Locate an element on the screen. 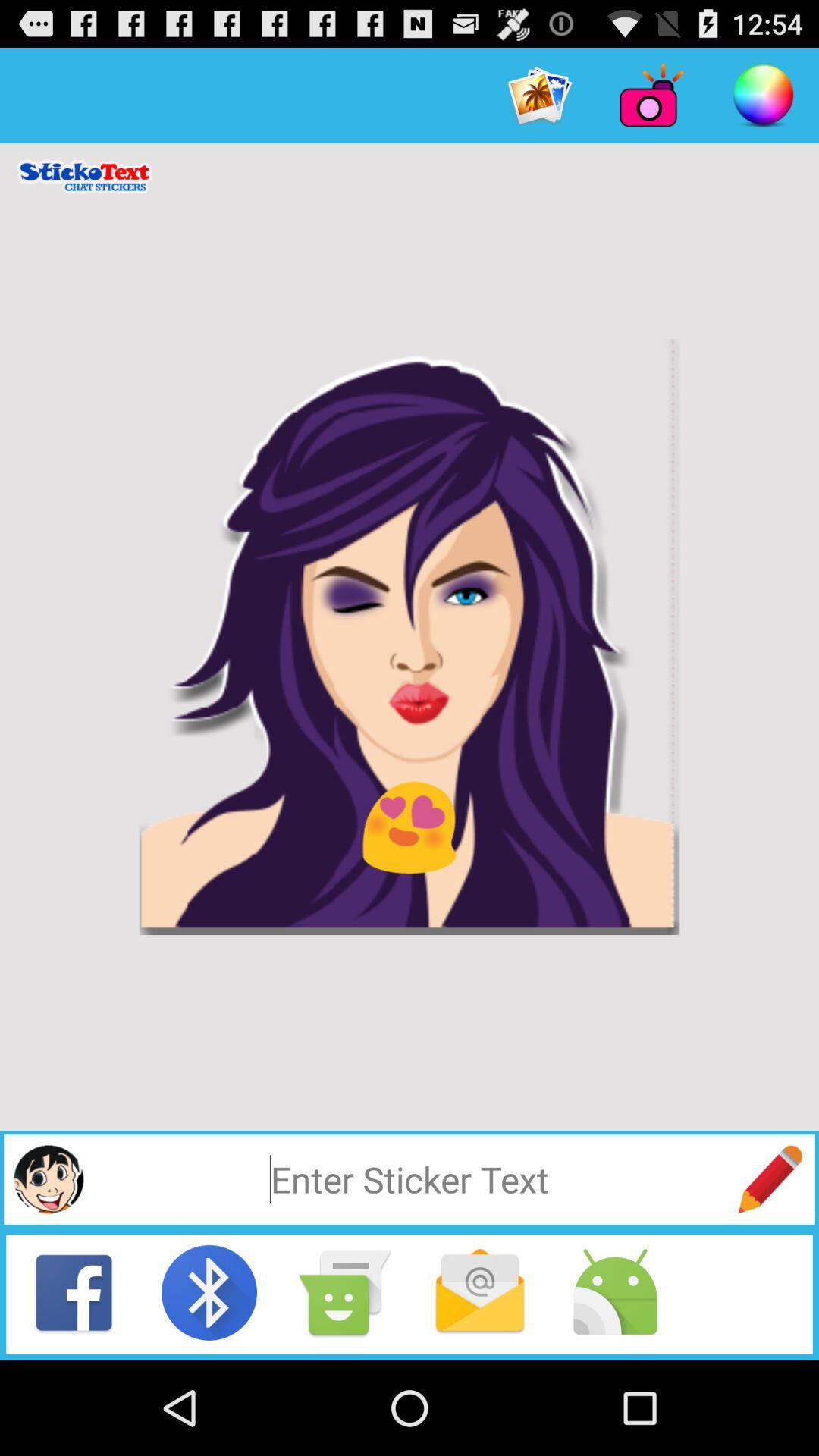 The image size is (819, 1456). the second option on the right side of the page is located at coordinates (651, 94).